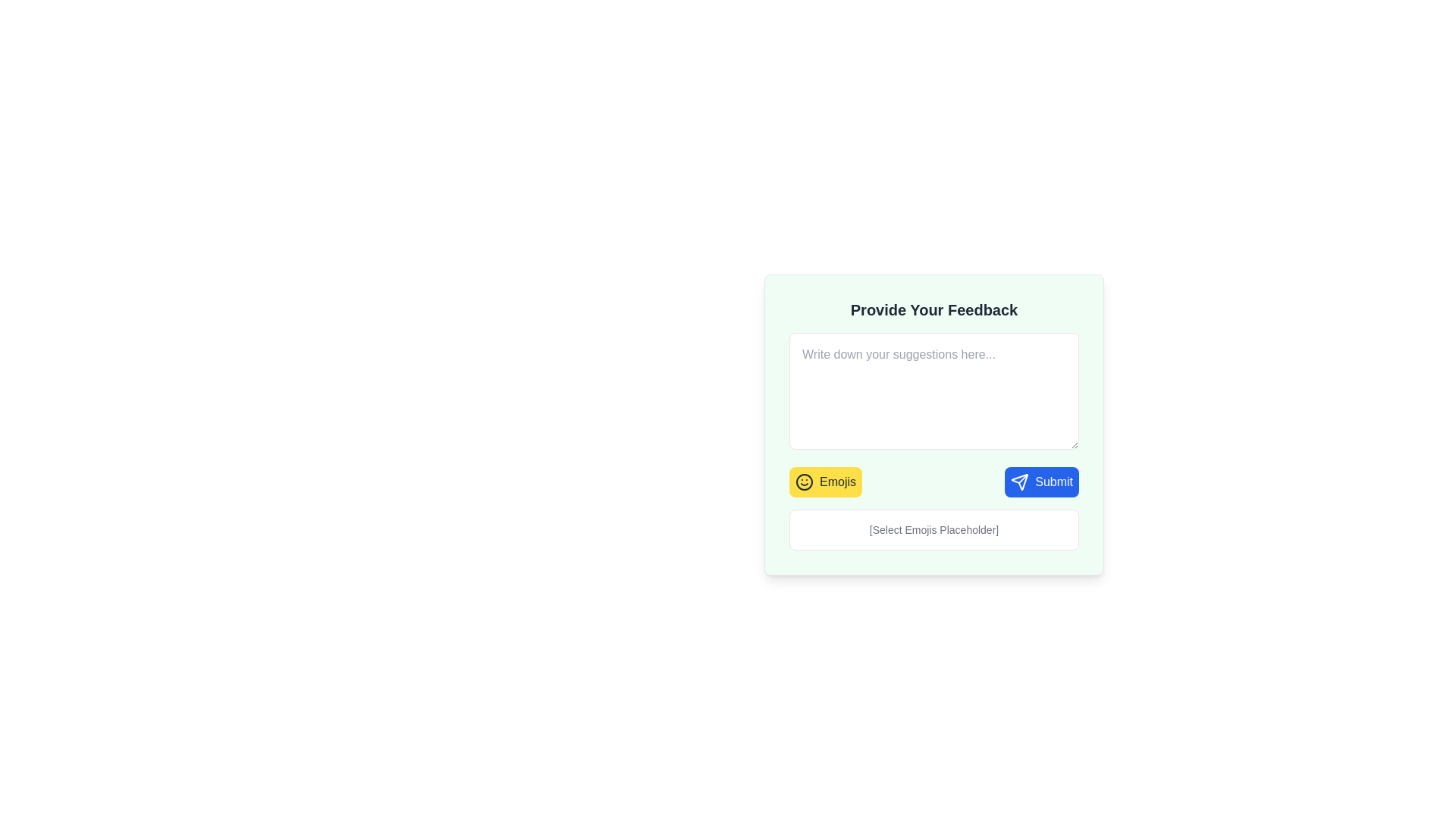 This screenshot has width=1456, height=819. Describe the element at coordinates (825, 482) in the screenshot. I see `the 'Emojis' button, which has a yellow background and a smiley icon` at that location.